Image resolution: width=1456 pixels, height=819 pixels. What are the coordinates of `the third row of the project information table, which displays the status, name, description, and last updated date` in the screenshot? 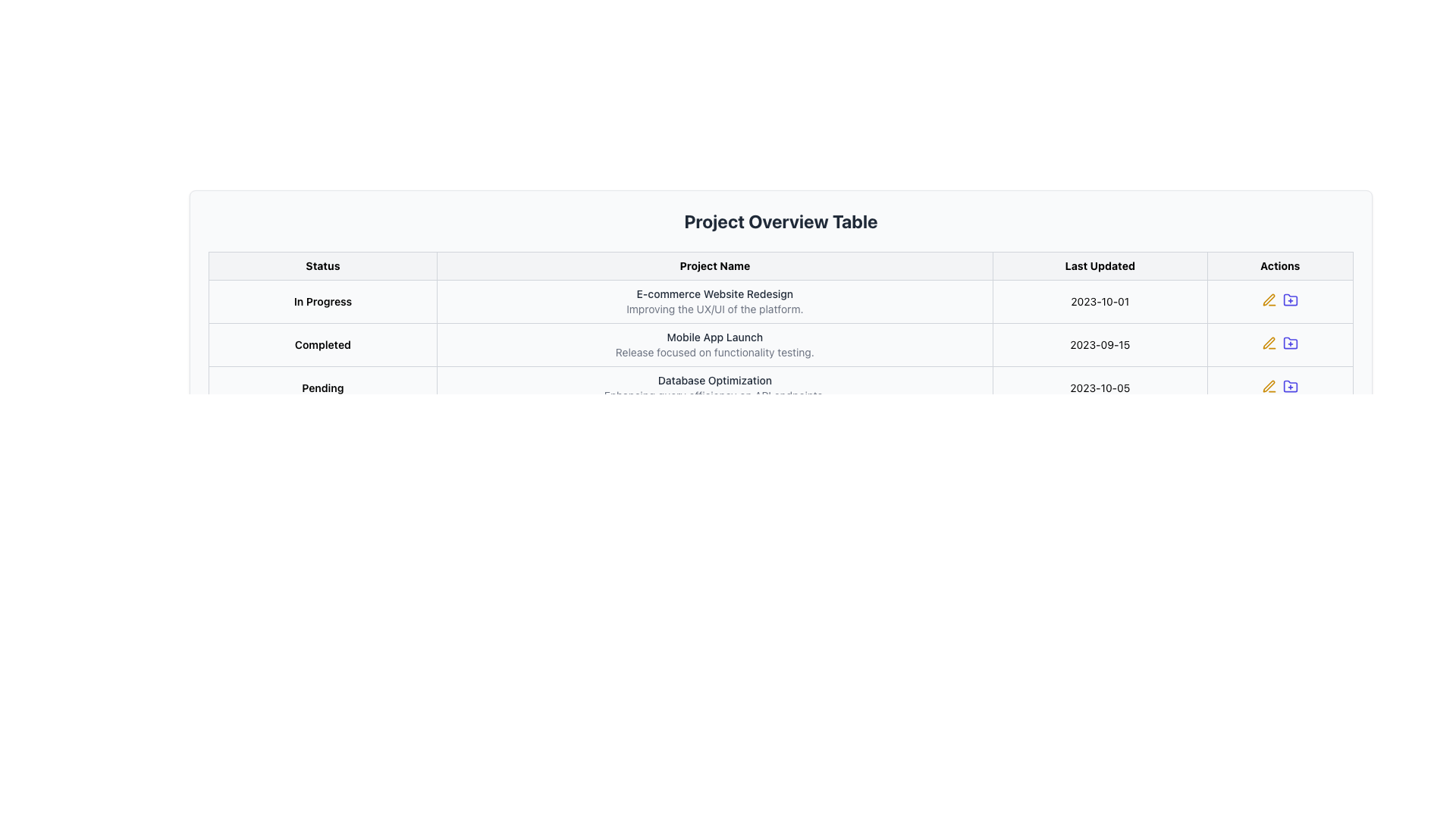 It's located at (781, 388).